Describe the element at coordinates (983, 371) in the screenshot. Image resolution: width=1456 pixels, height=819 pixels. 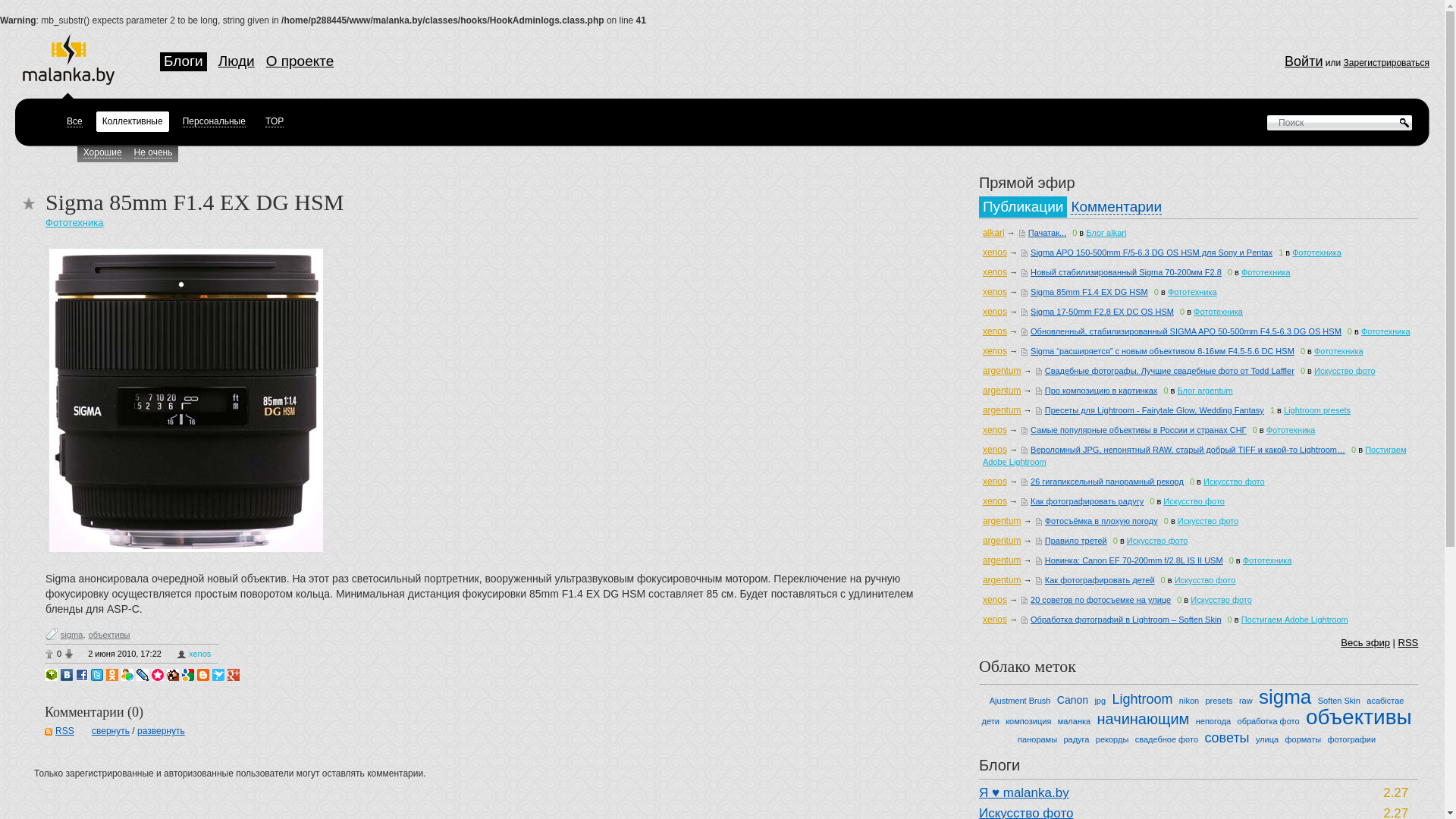
I see `'argentum'` at that location.